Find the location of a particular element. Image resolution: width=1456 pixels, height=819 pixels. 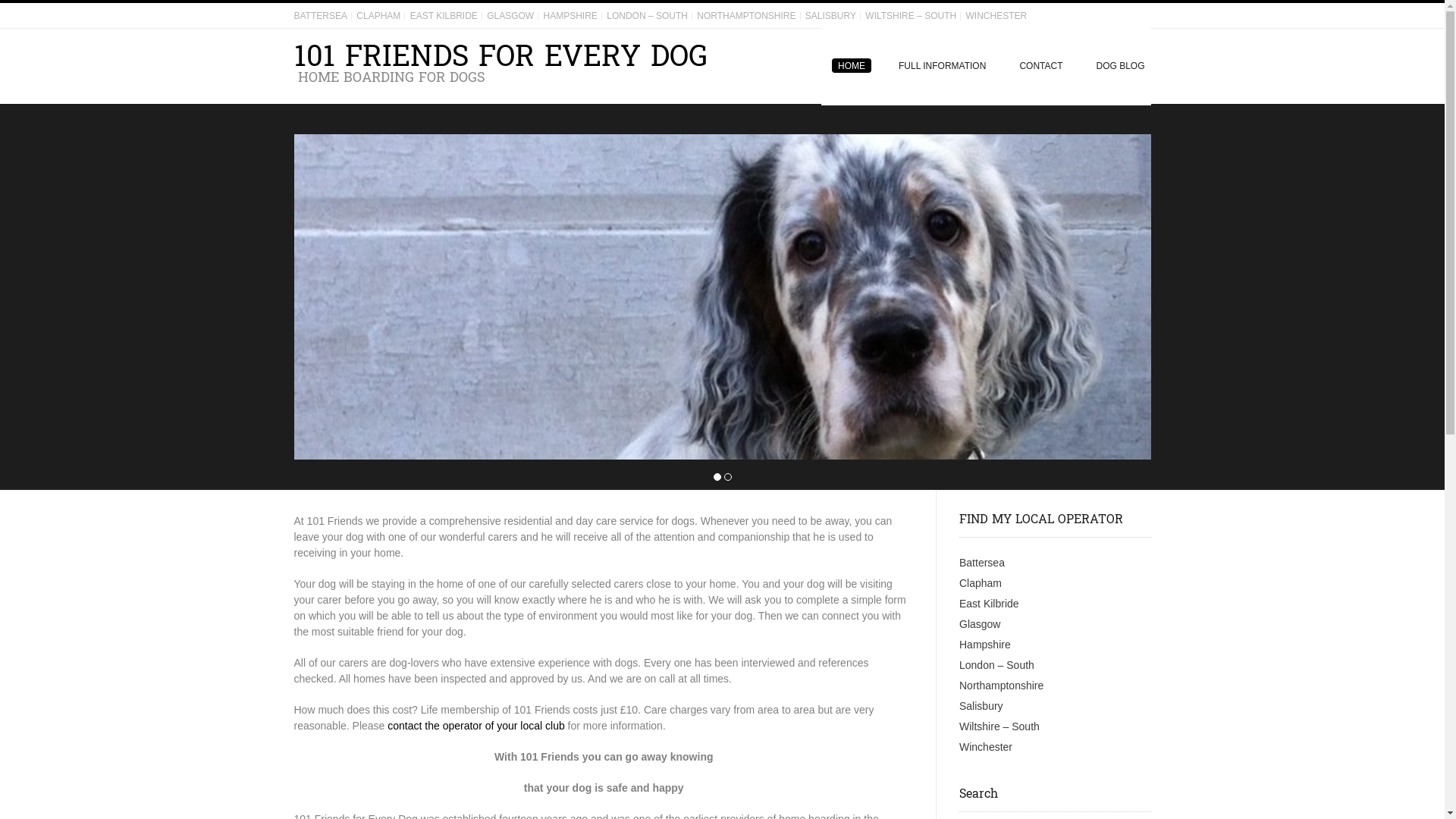

'1' is located at coordinates (716, 476).